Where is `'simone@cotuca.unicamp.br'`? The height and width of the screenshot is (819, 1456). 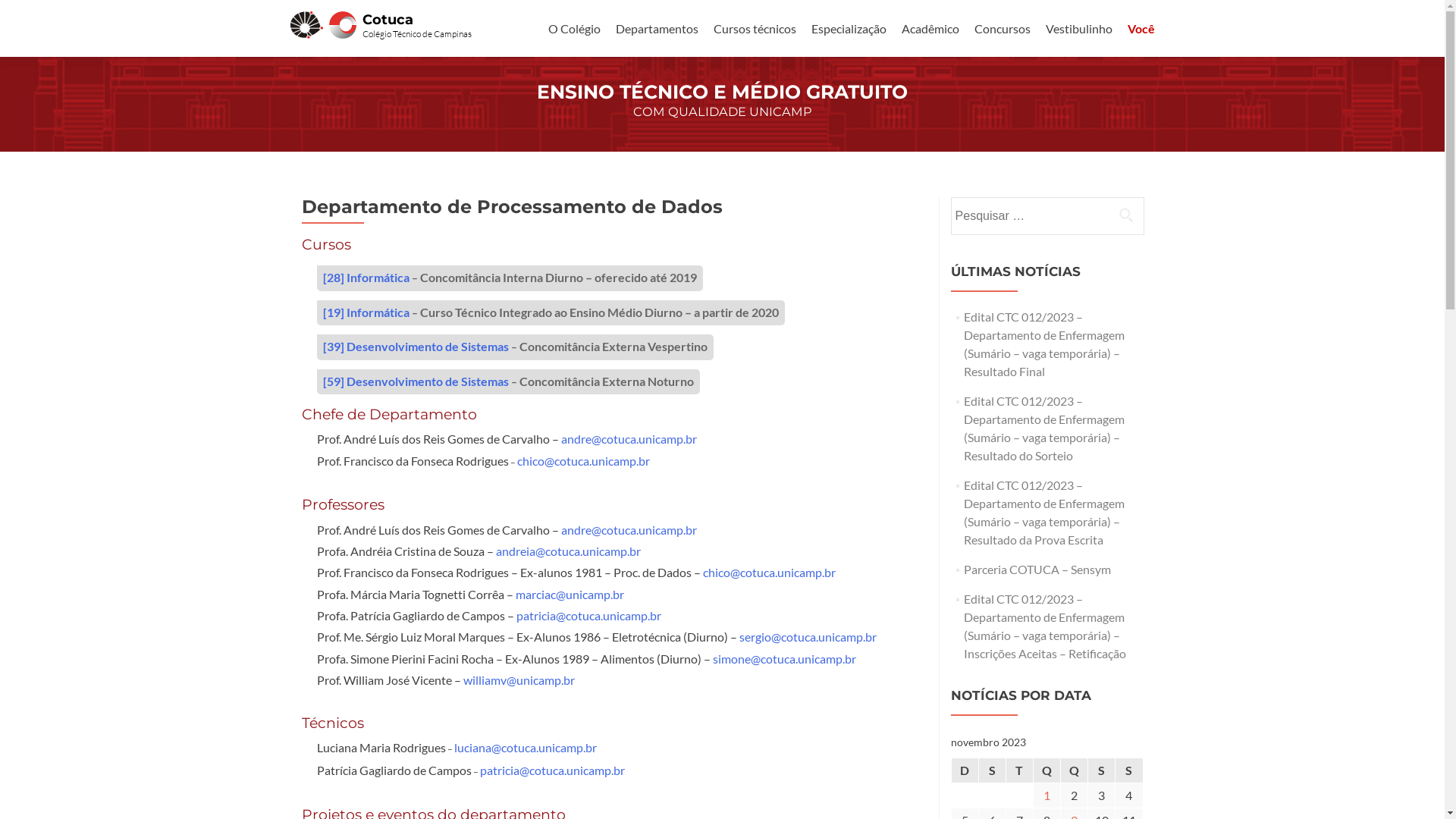 'simone@cotuca.unicamp.br' is located at coordinates (784, 657).